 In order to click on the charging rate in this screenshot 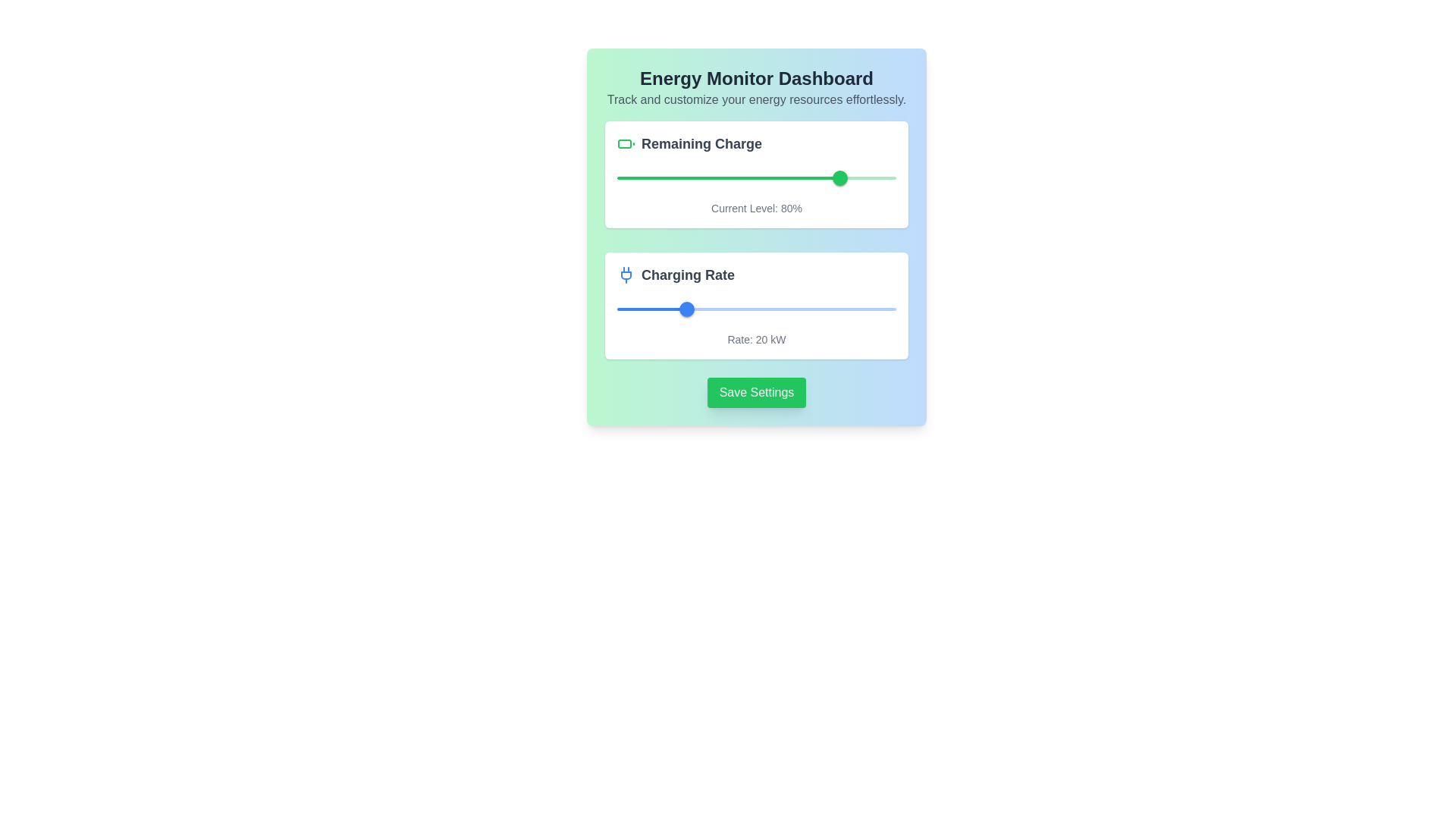, I will do `click(700, 309)`.